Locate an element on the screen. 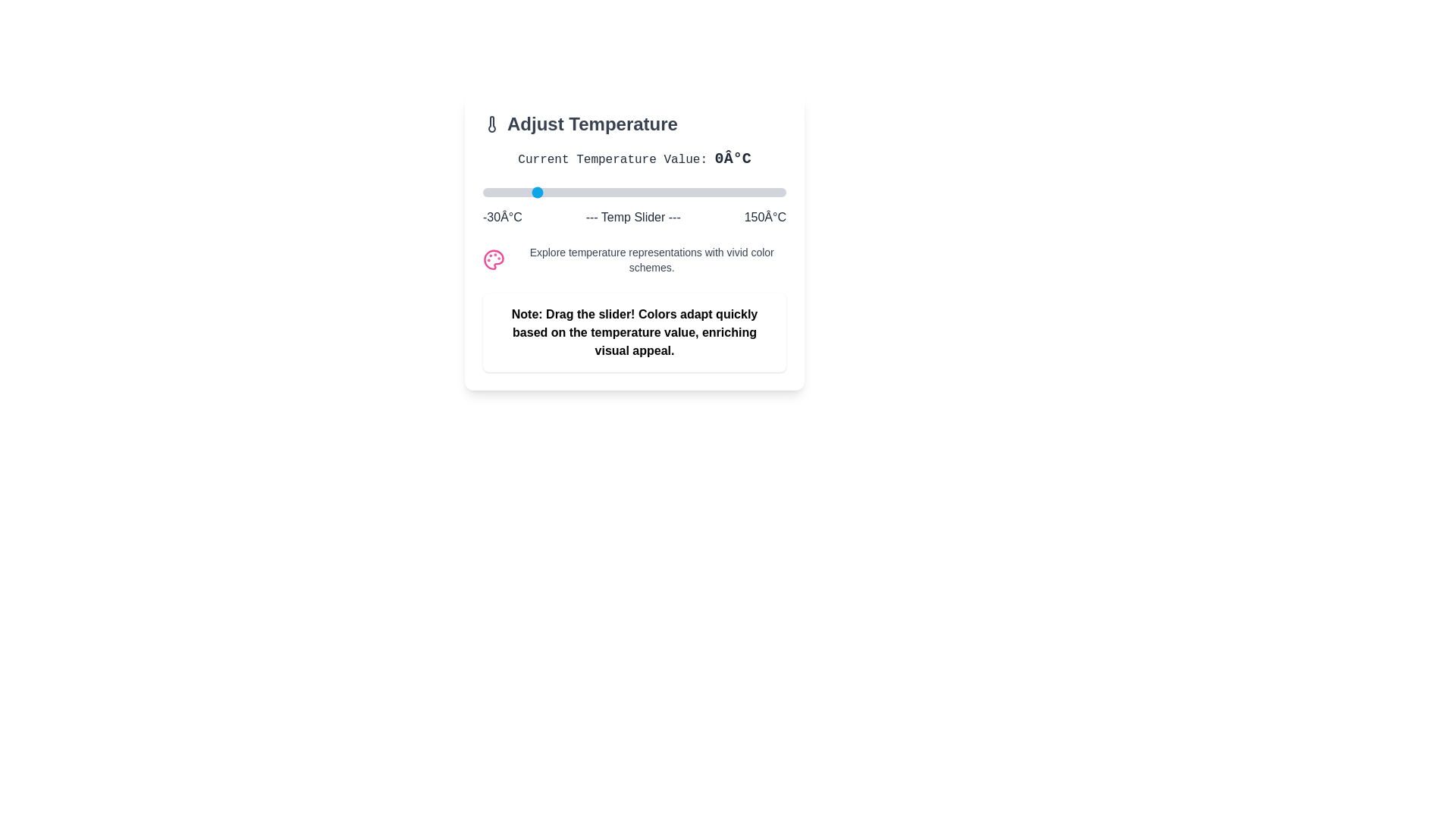 This screenshot has height=819, width=1456. the temperature slider to set the temperature to 148°C is located at coordinates (783, 192).